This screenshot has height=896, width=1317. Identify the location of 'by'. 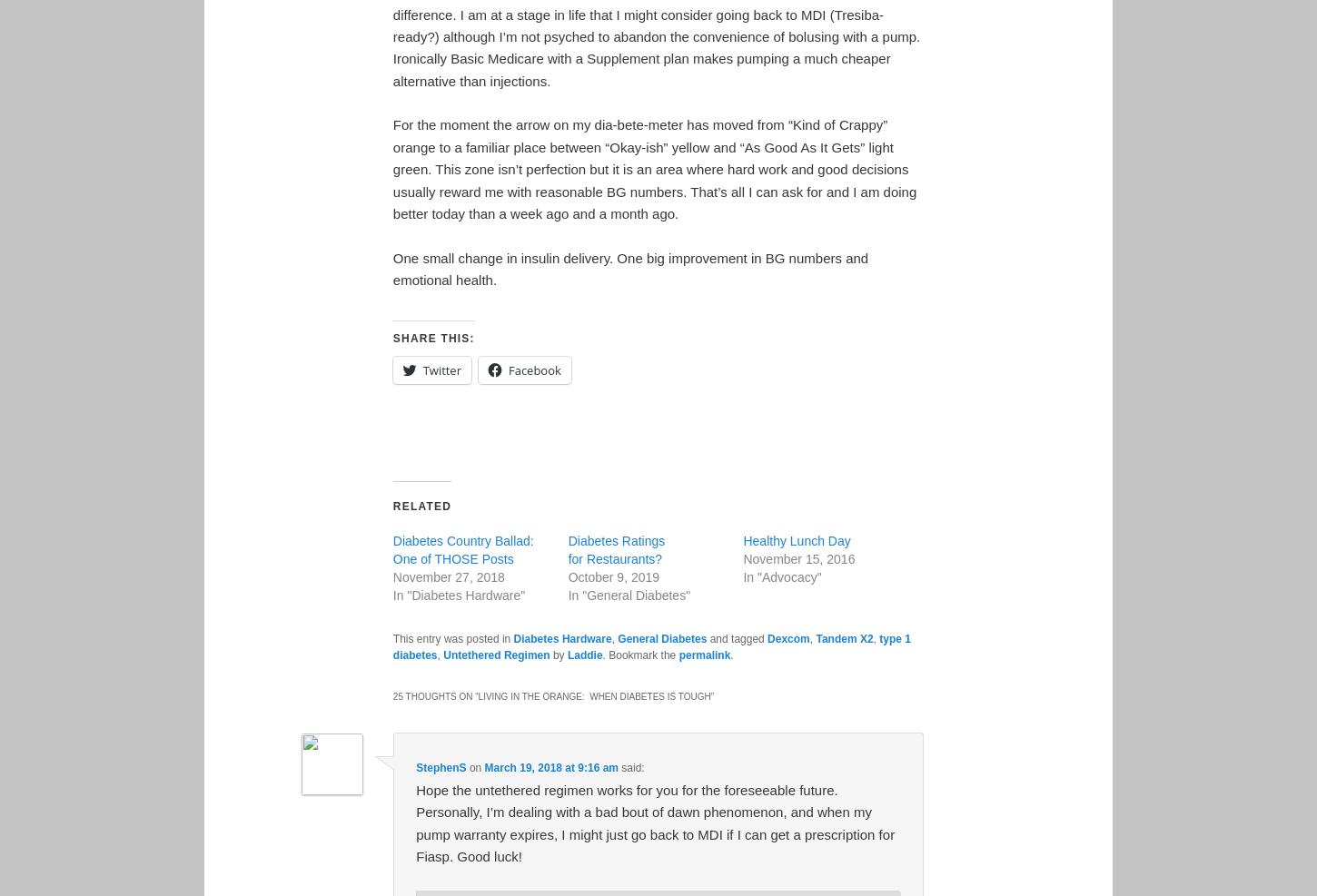
(549, 654).